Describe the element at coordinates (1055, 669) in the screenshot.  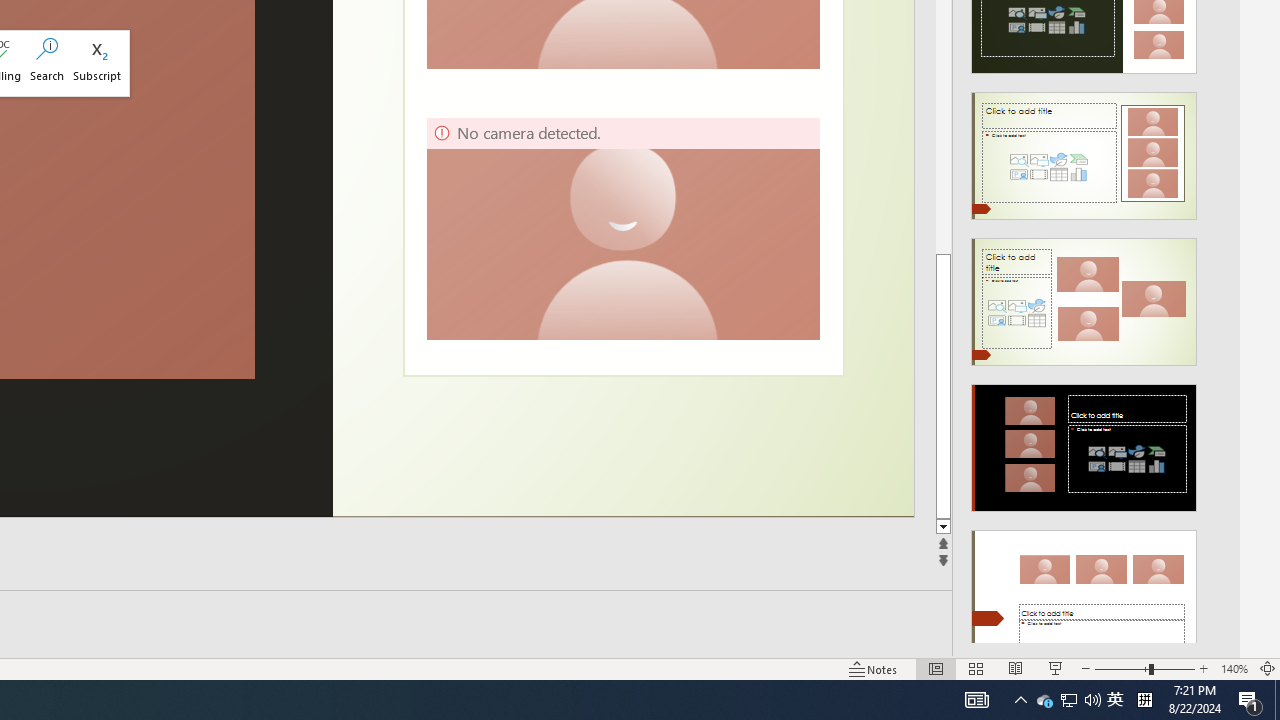
I see `'Slide Show'` at that location.